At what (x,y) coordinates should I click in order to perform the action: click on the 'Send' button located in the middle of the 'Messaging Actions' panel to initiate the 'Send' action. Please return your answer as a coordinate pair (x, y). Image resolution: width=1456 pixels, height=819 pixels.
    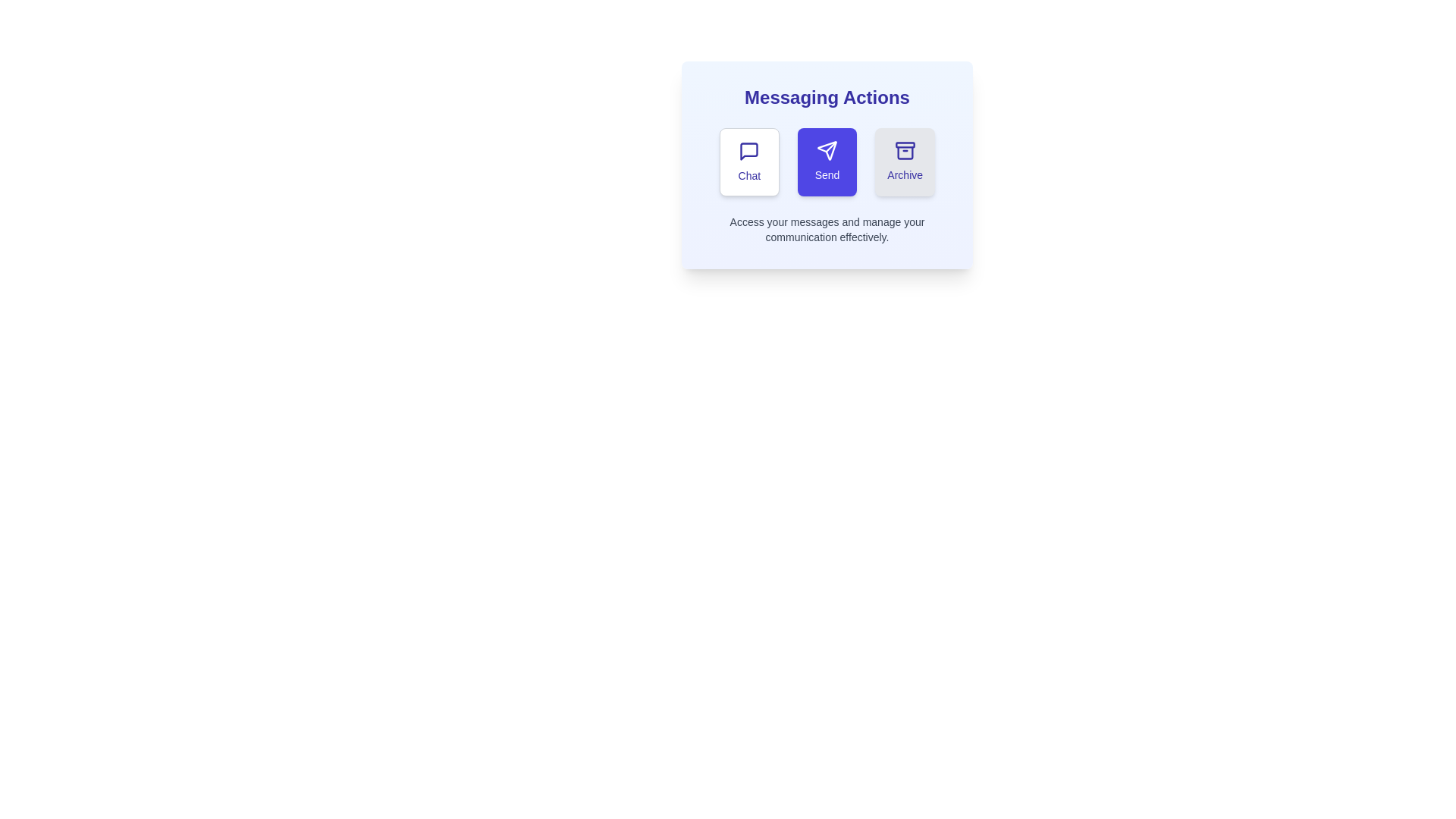
    Looking at the image, I should click on (826, 162).